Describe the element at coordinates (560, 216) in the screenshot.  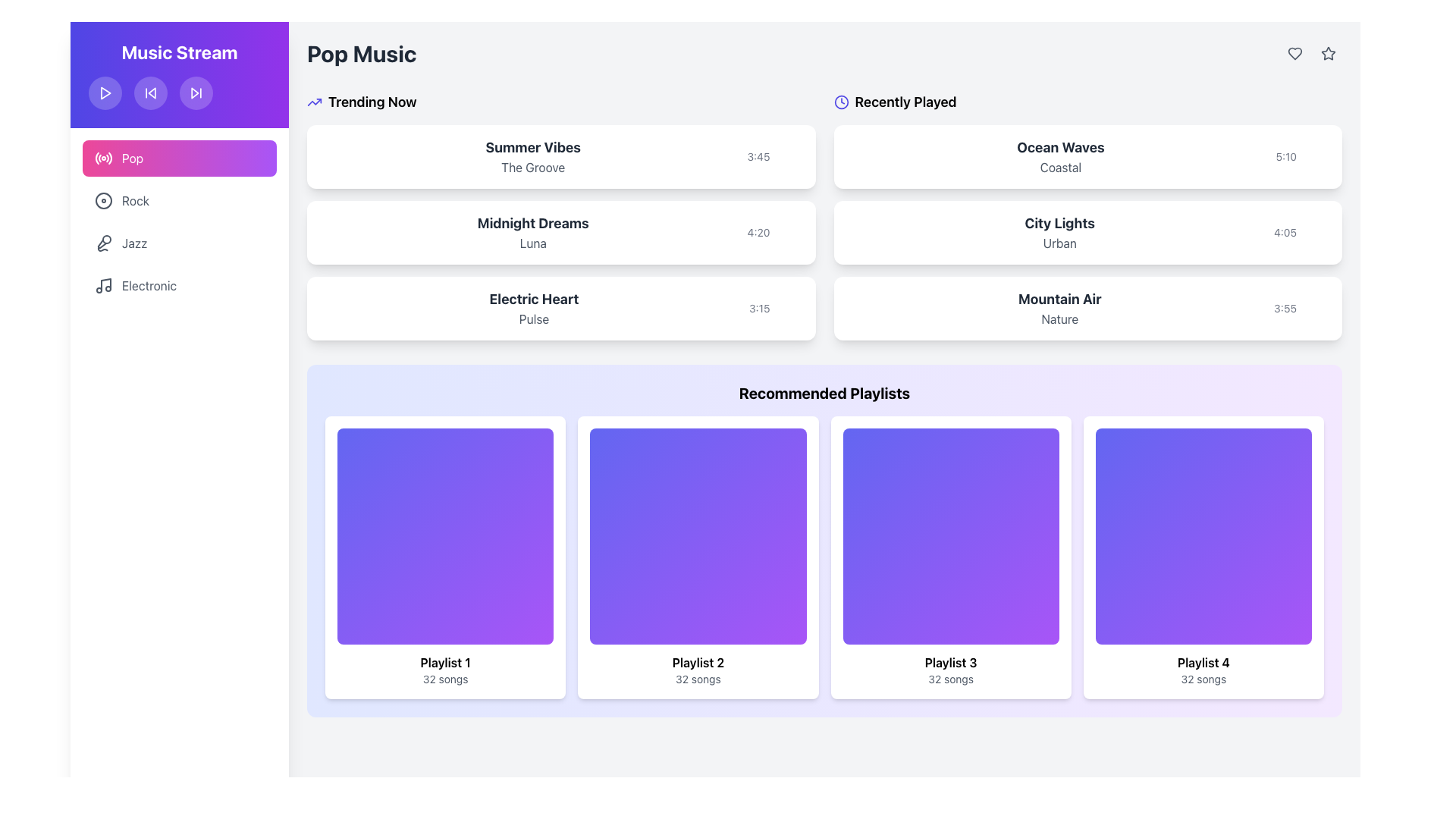
I see `on the second audio track card in the 'Trending Now' list` at that location.